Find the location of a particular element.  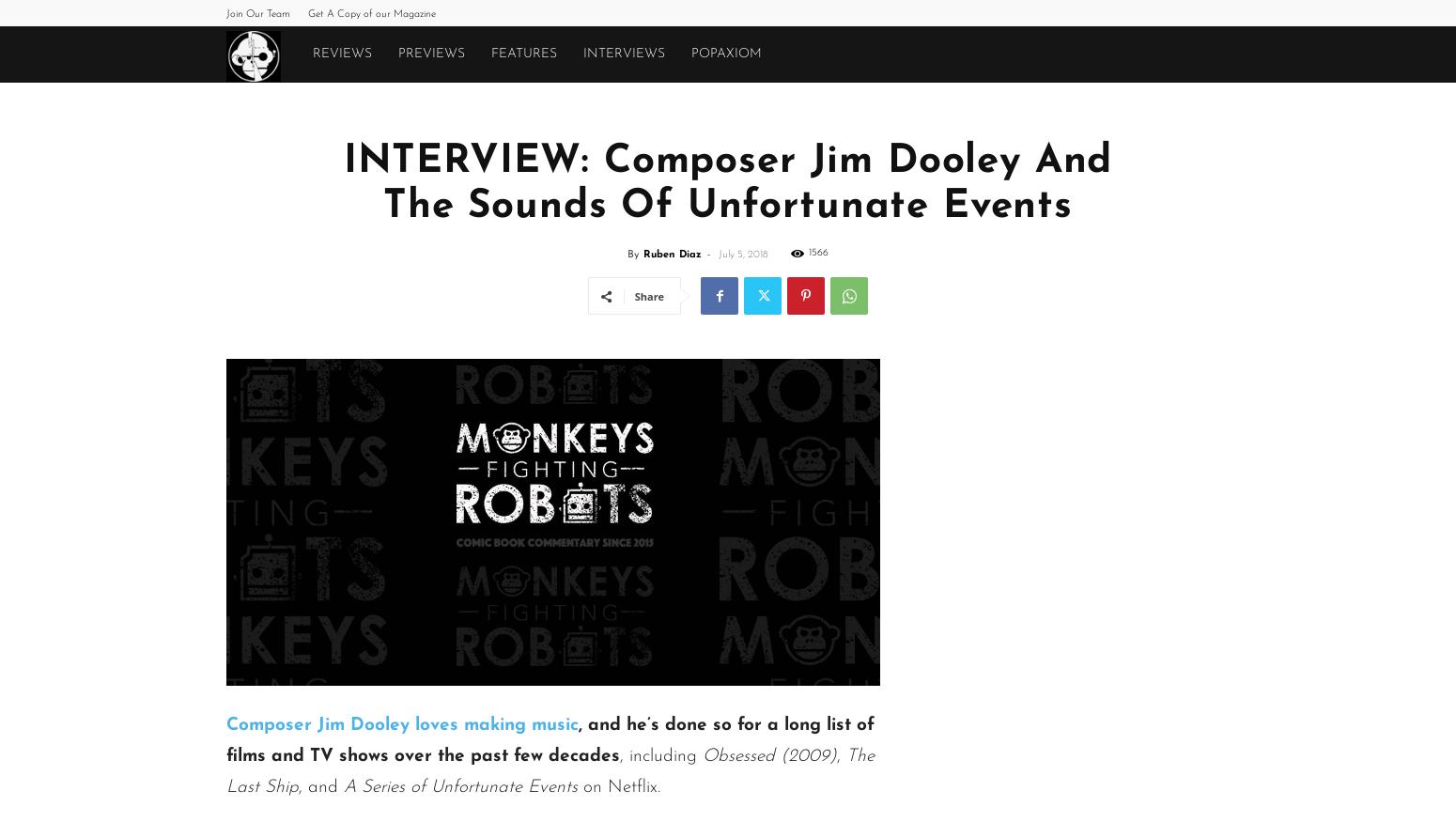

'The Last Ship' is located at coordinates (550, 771).